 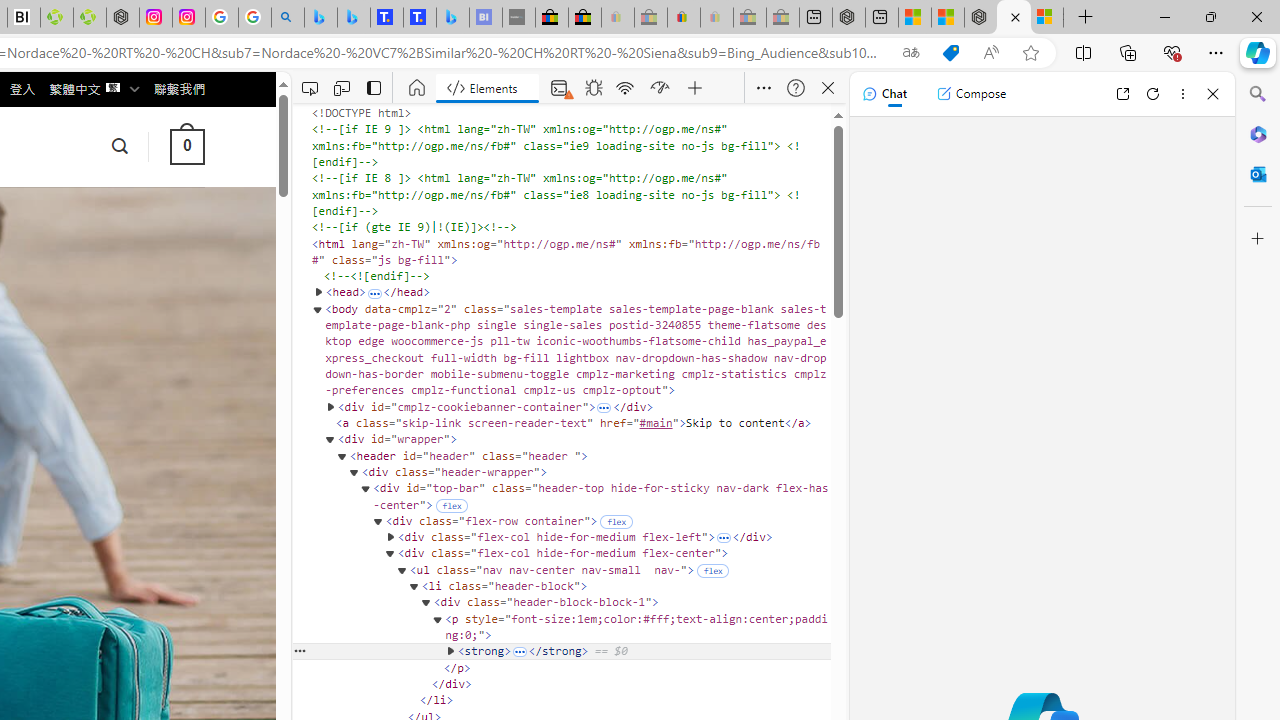 What do you see at coordinates (341, 87) in the screenshot?
I see `'Toggle device emulation'` at bounding box center [341, 87].